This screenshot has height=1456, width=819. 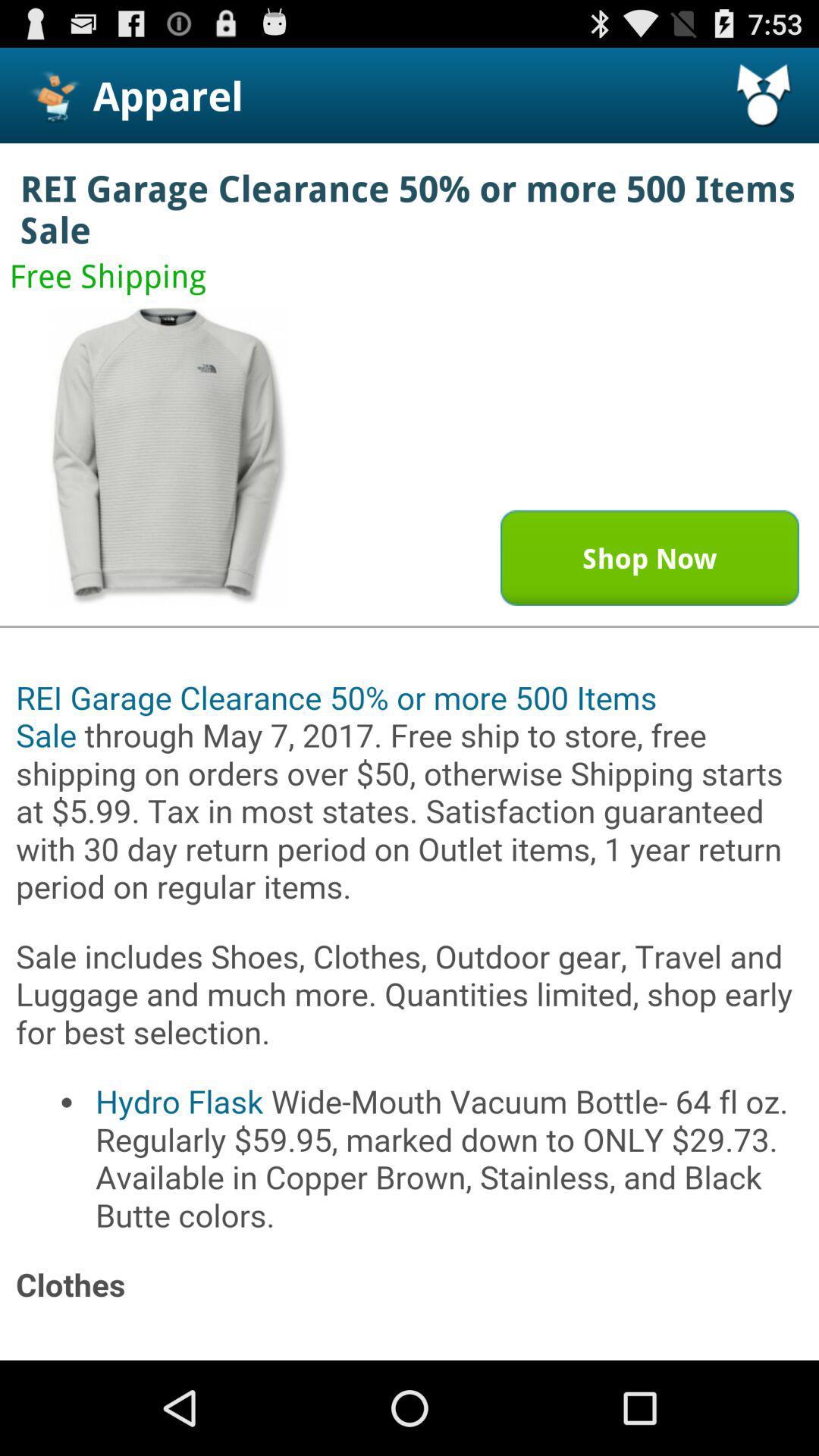 What do you see at coordinates (169, 455) in the screenshot?
I see `open photo` at bounding box center [169, 455].